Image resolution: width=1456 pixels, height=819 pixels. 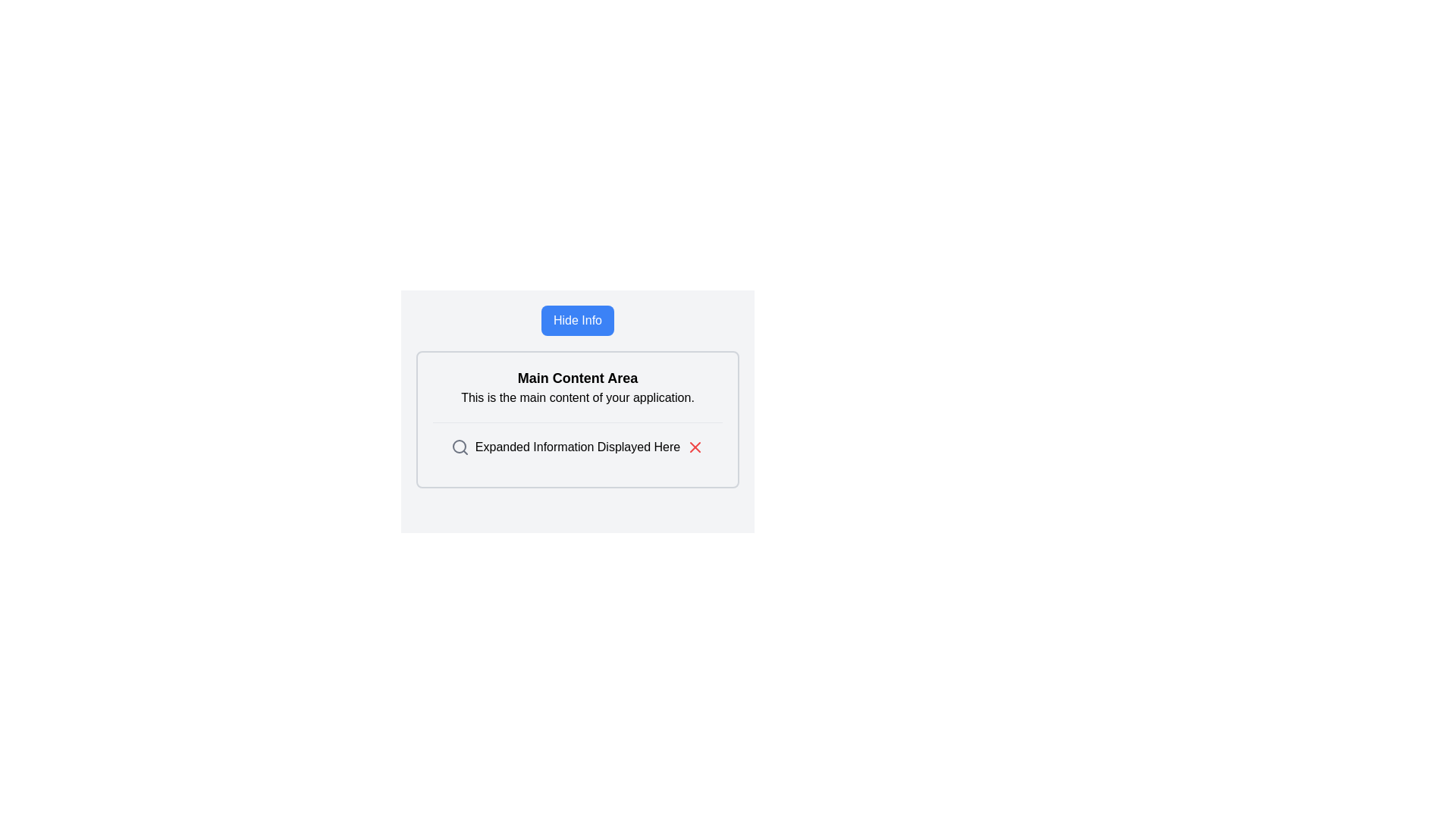 What do you see at coordinates (577, 397) in the screenshot?
I see `the static text element reading 'This is the main content of your application.' which is located beneath the heading 'Main Content Area.'` at bounding box center [577, 397].